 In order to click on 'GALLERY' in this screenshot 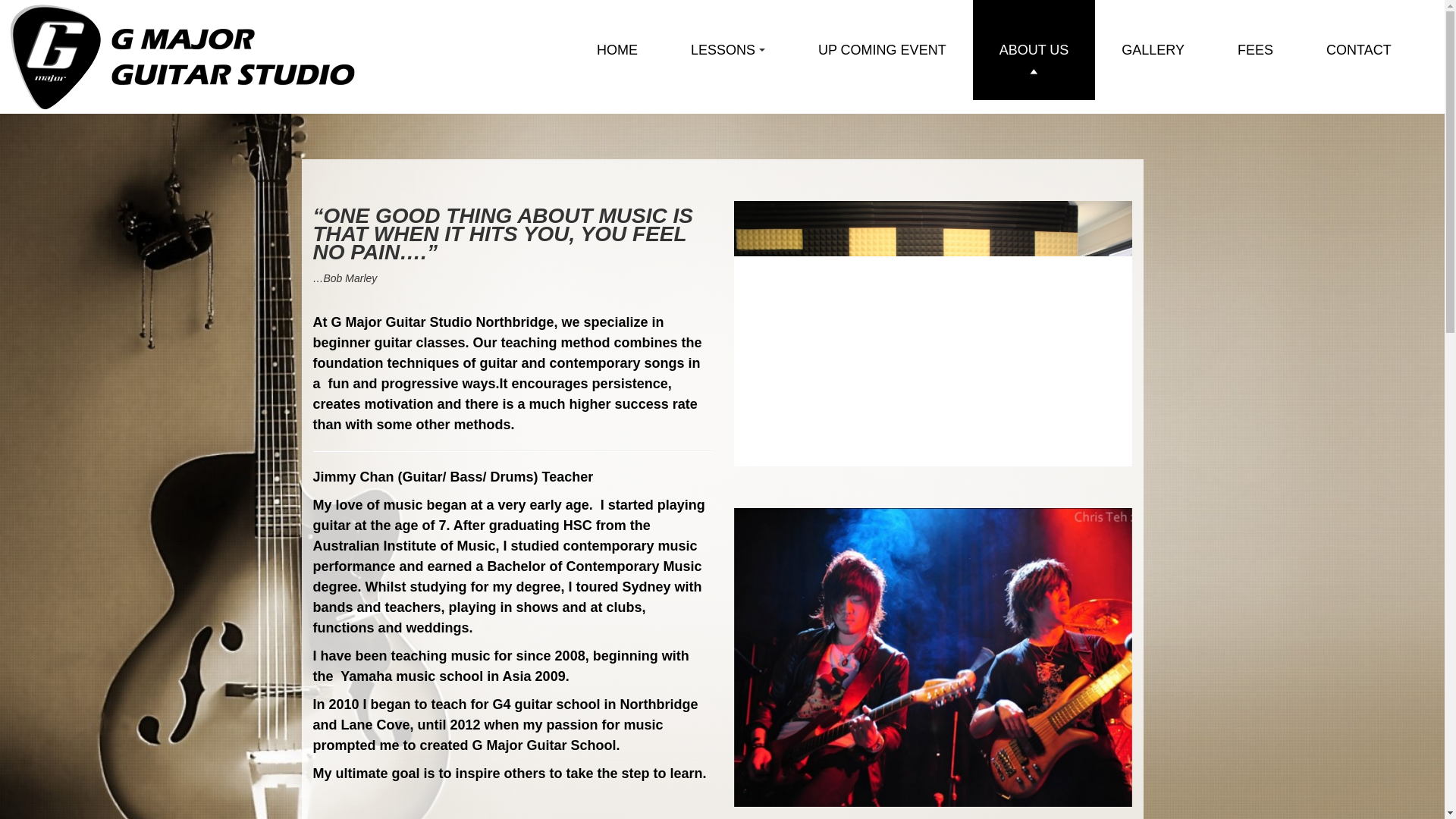, I will do `click(1153, 49)`.